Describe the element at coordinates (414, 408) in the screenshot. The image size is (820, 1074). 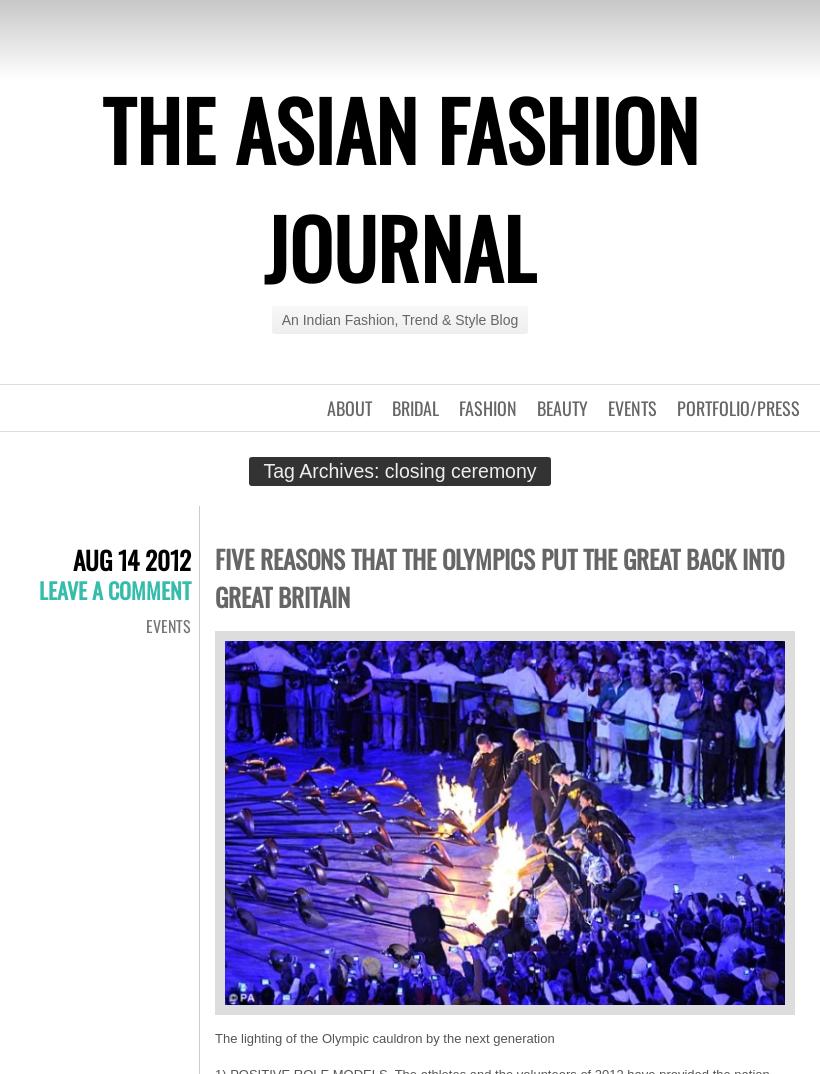
I see `'Bridal'` at that location.